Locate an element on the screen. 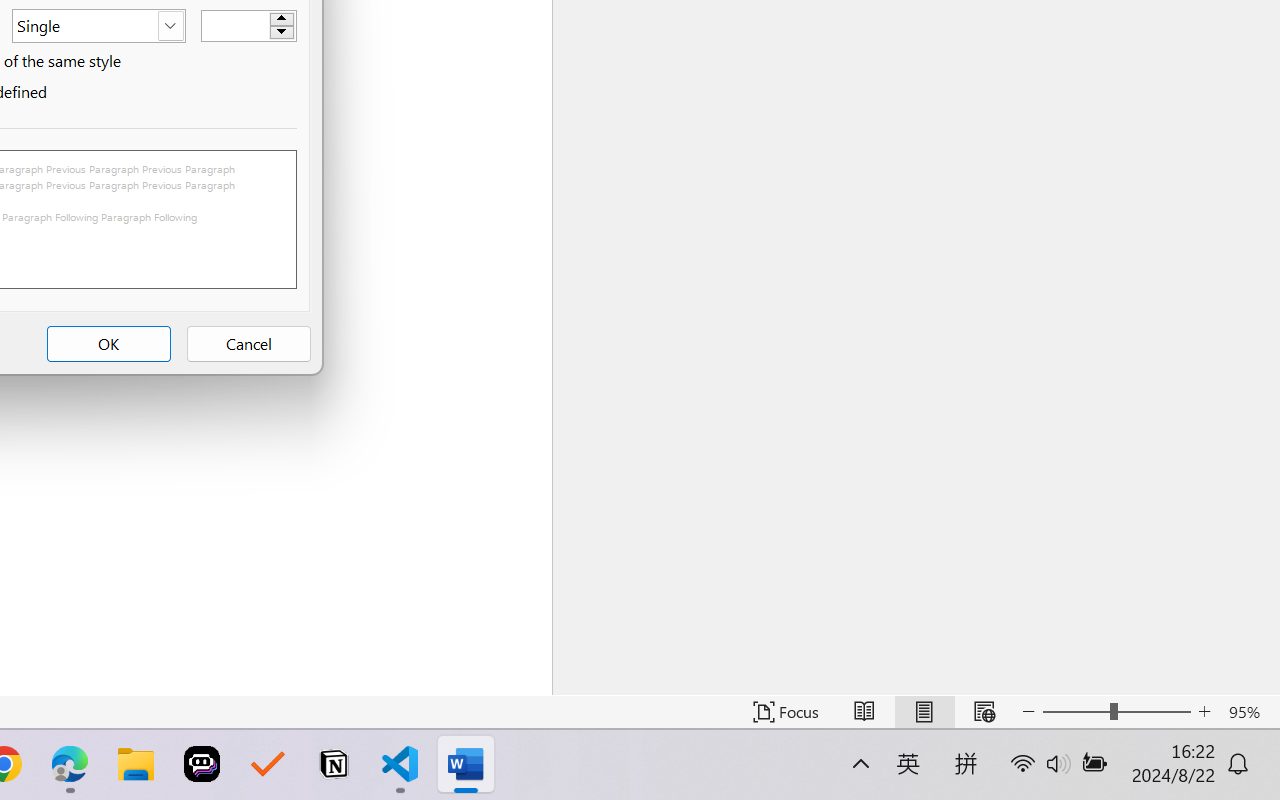  'At:' is located at coordinates (247, 25).